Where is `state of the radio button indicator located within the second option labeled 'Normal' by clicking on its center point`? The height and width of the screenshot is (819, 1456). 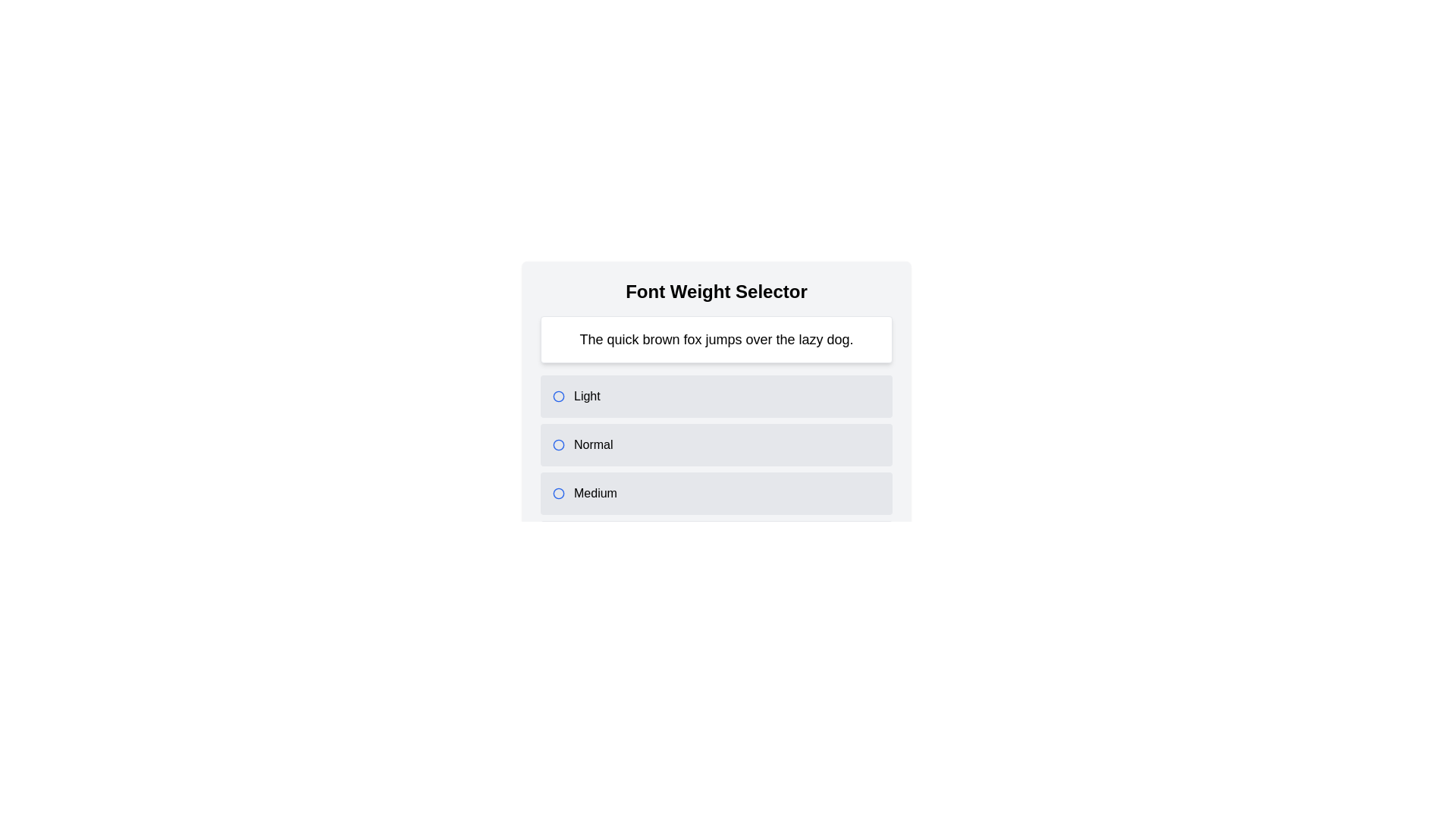
state of the radio button indicator located within the second option labeled 'Normal' by clicking on its center point is located at coordinates (558, 444).